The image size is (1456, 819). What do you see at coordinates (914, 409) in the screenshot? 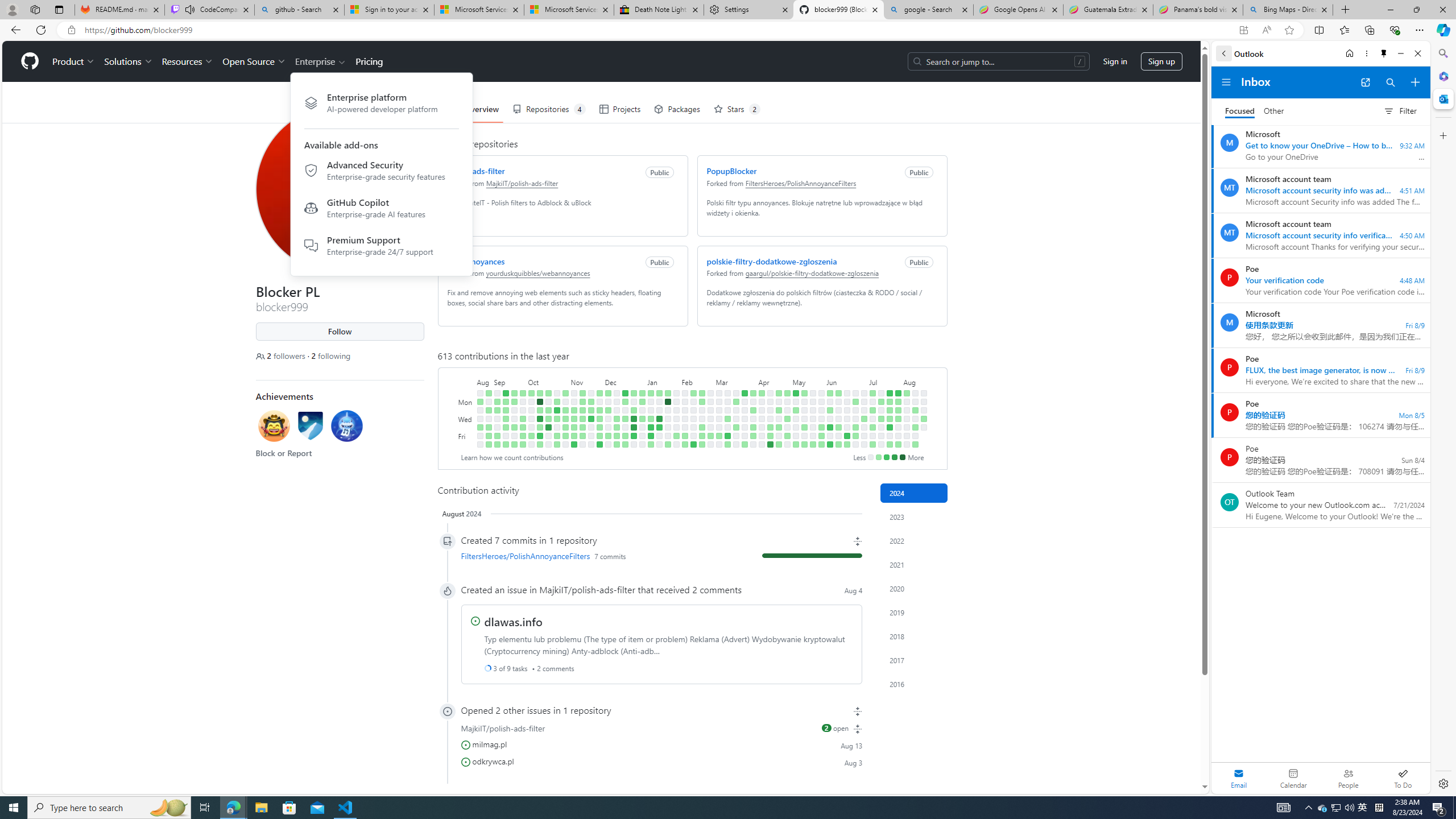
I see `'3 contributions on August 13th.'` at bounding box center [914, 409].